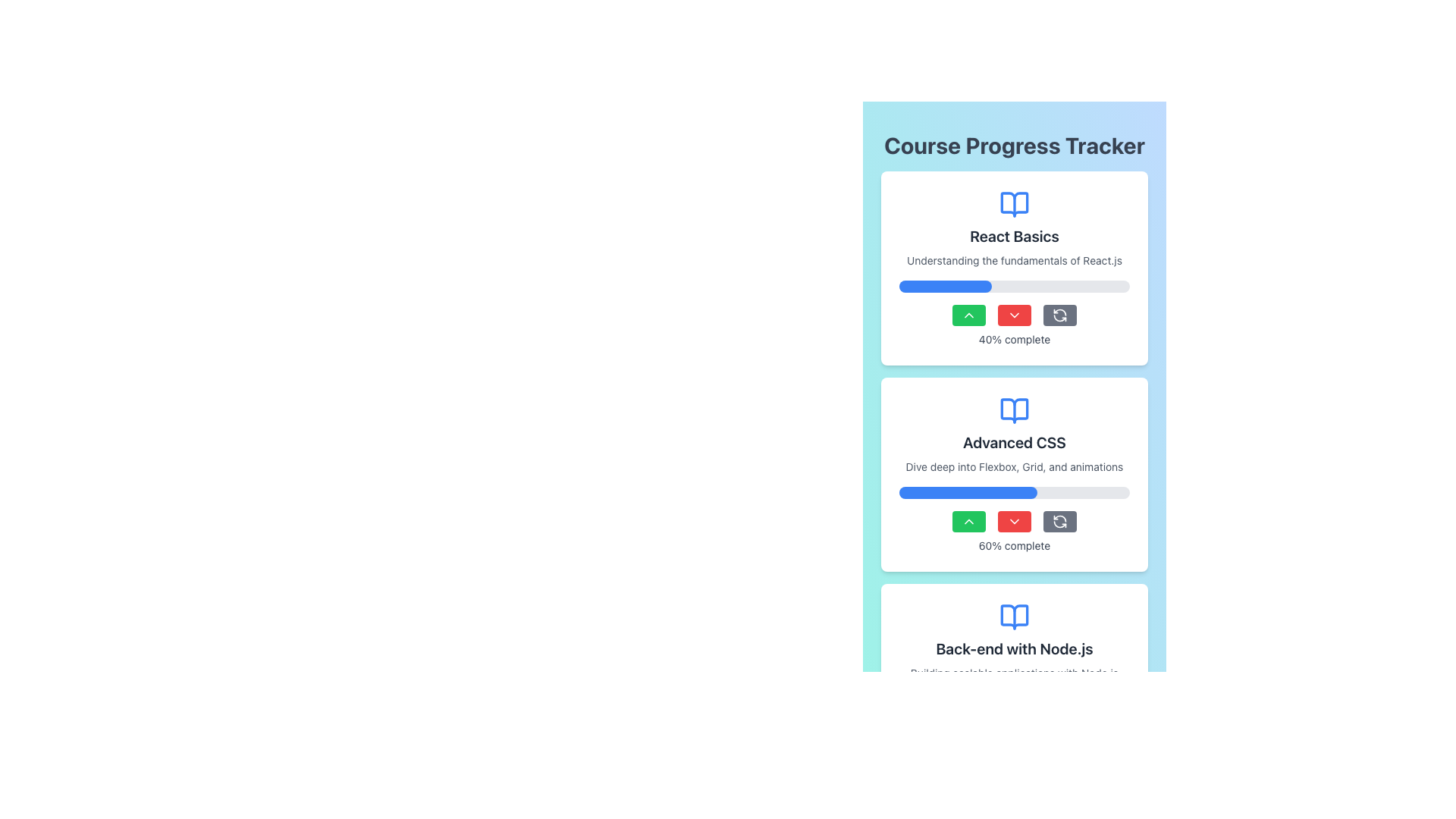  Describe the element at coordinates (1015, 617) in the screenshot. I see `the open book icon, which is part of the card titled 'Back-end with Node.js', located at the top-center region of the card` at that location.